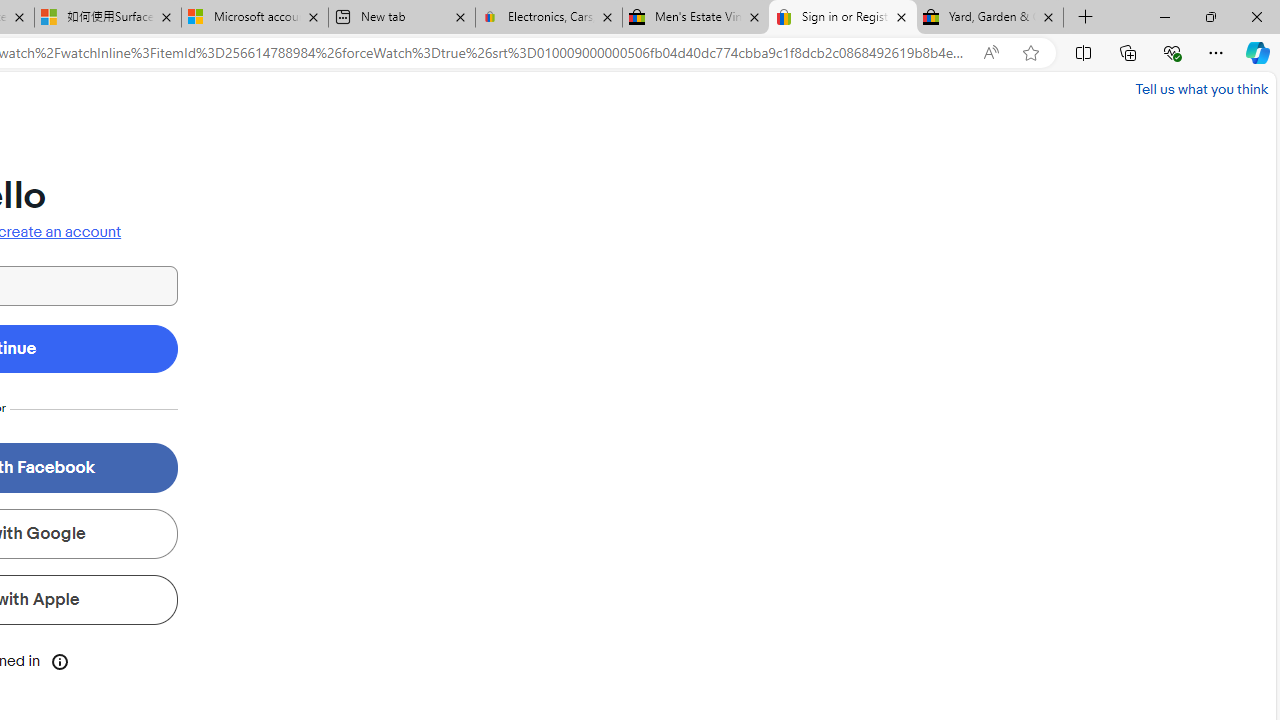 This screenshot has height=720, width=1280. I want to click on 'Tell us what you think - Link opens in a new window', so click(1200, 88).